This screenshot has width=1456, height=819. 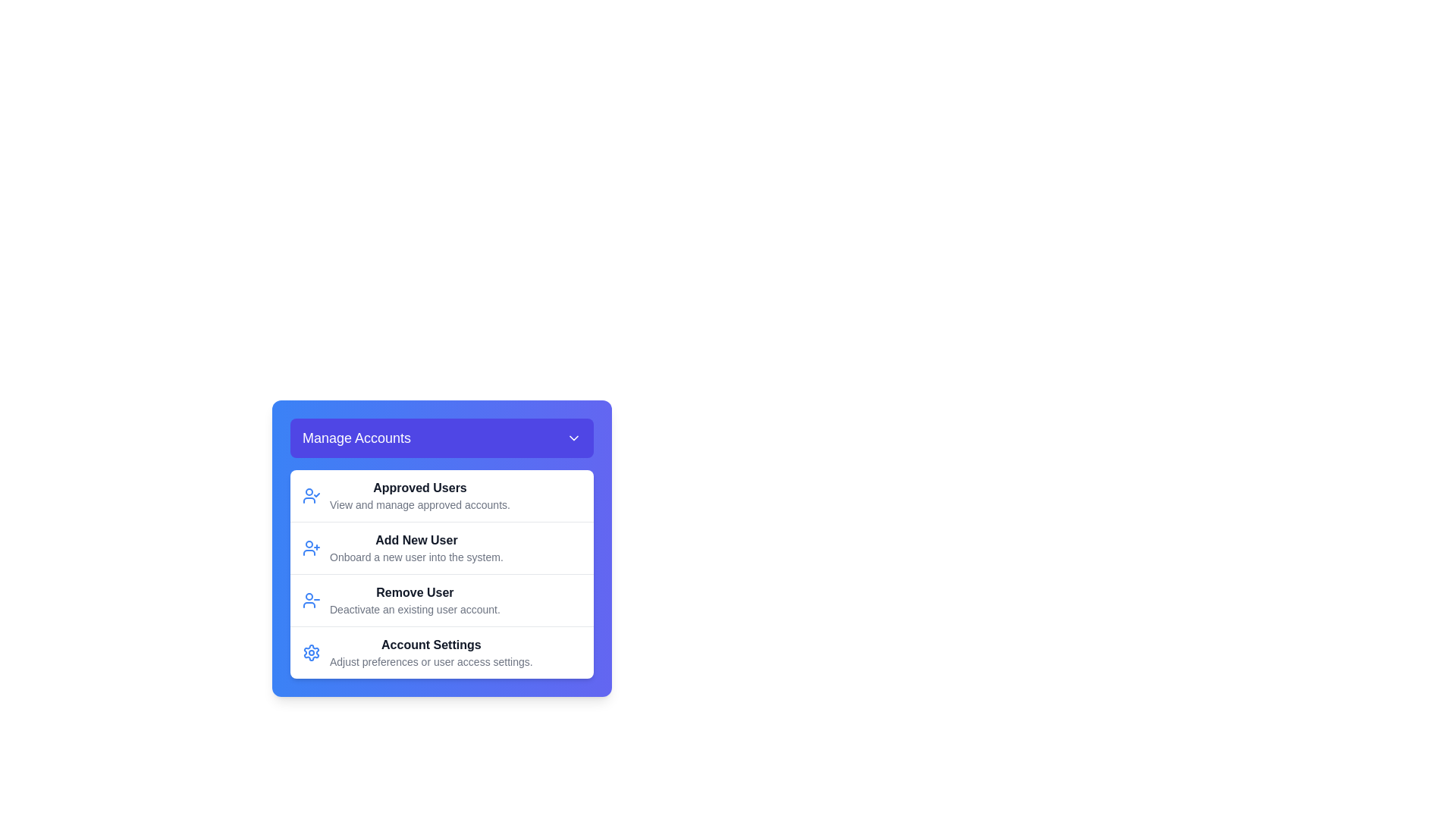 I want to click on the blue user figure SVG icon with a plus sign next to it, located to the left of the 'Add New User' button in the 'Manage Accounts' dropdown menu, so click(x=311, y=548).